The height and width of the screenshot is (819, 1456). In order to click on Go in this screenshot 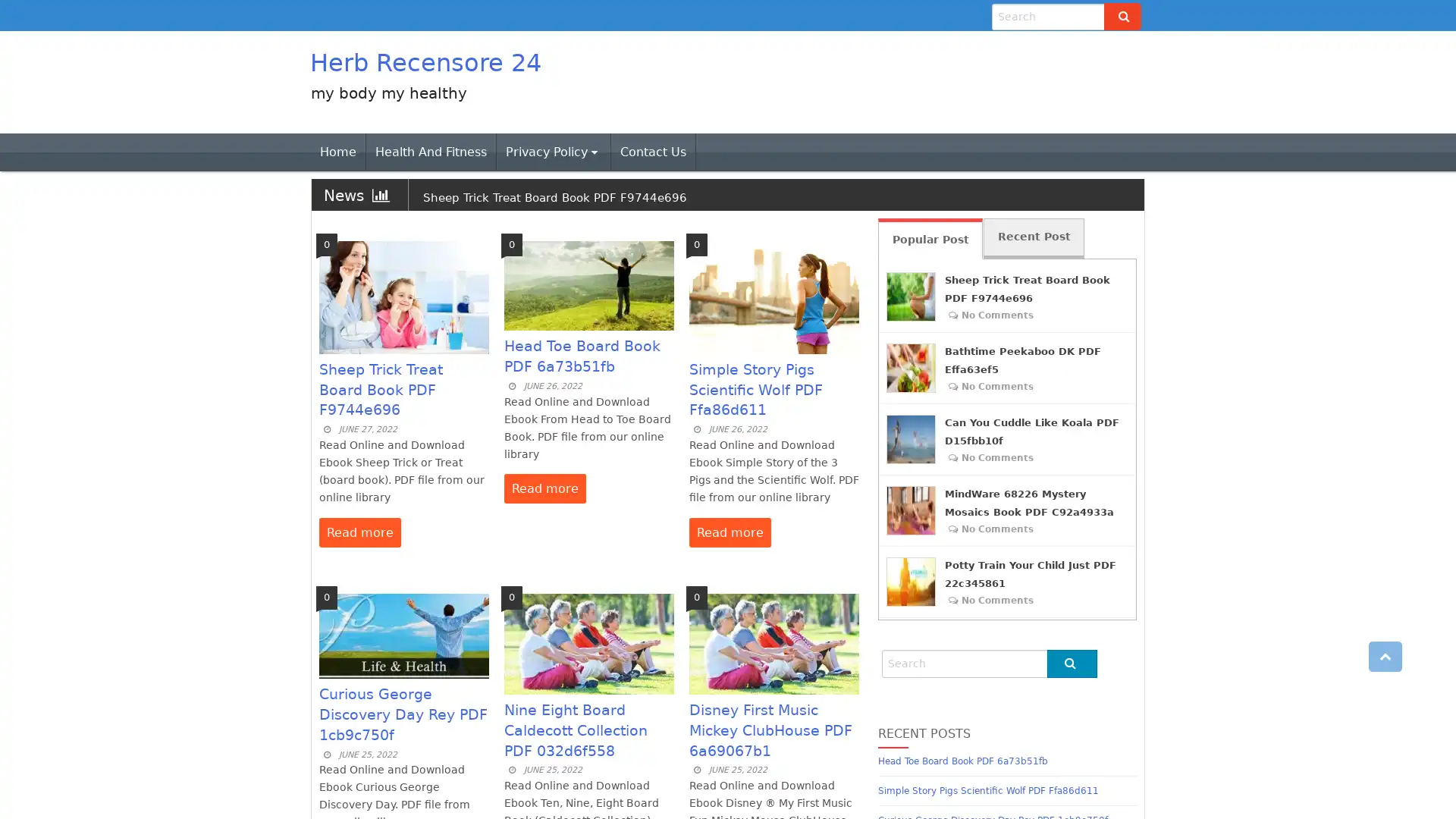, I will do `click(1072, 662)`.